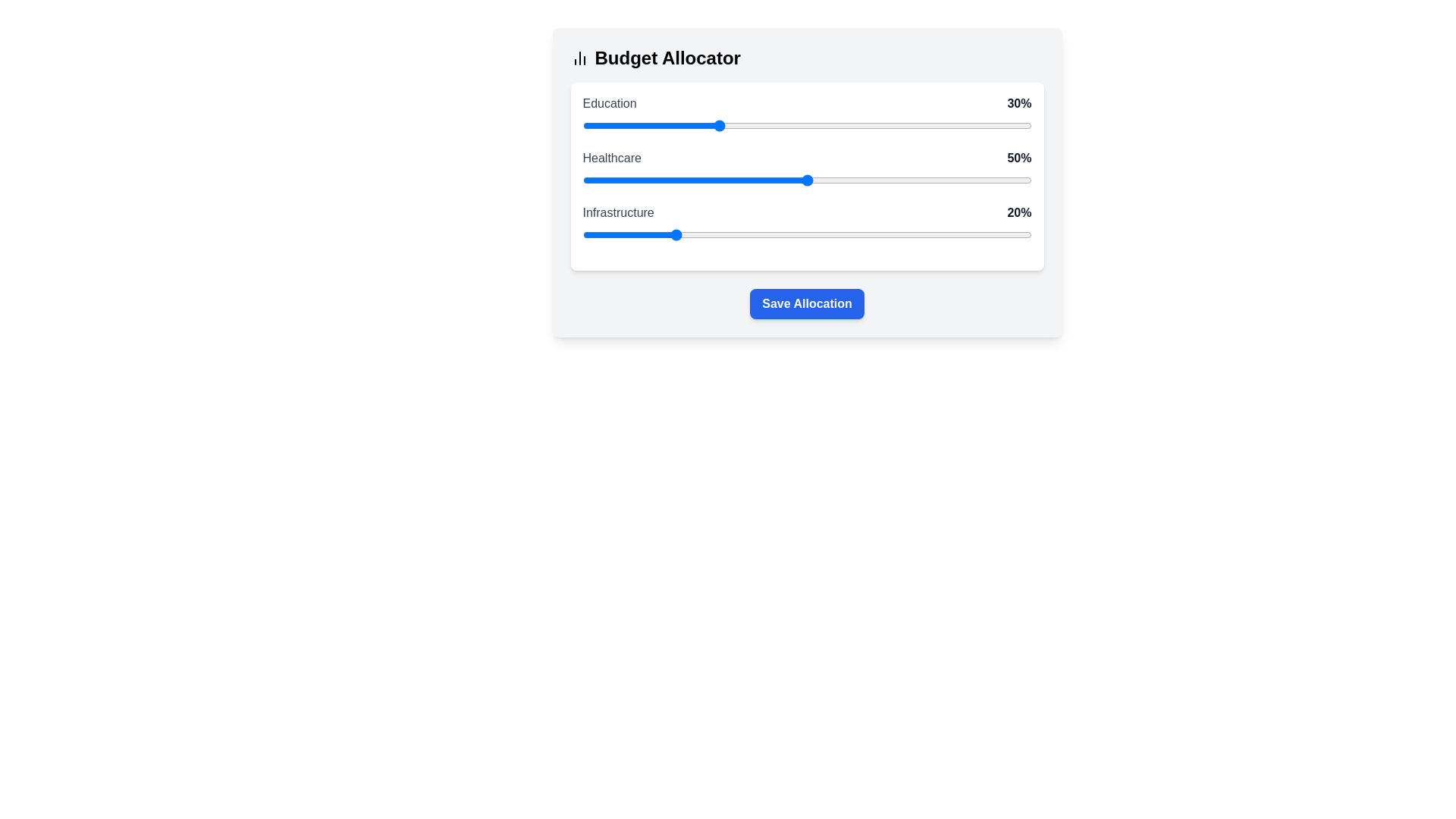 The image size is (1456, 819). Describe the element at coordinates (1019, 103) in the screenshot. I see `the '30%' label, which is displayed in bold dark gray font and is located to the right of the 'Education' slider in the topmost row of sliders` at that location.